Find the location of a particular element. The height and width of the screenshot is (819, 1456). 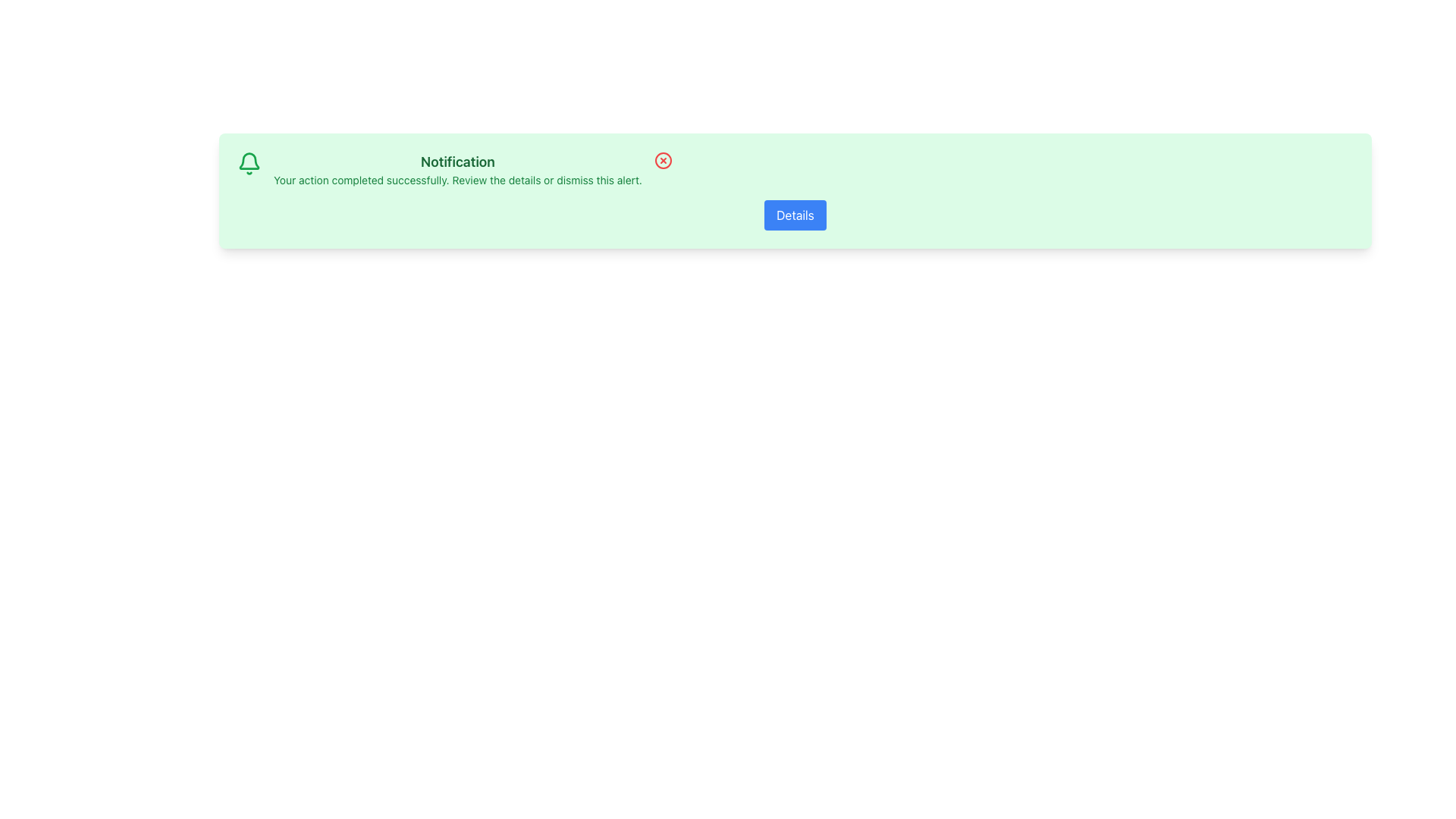

the SVG Circle in the top-right portion of the notification banner is located at coordinates (663, 161).